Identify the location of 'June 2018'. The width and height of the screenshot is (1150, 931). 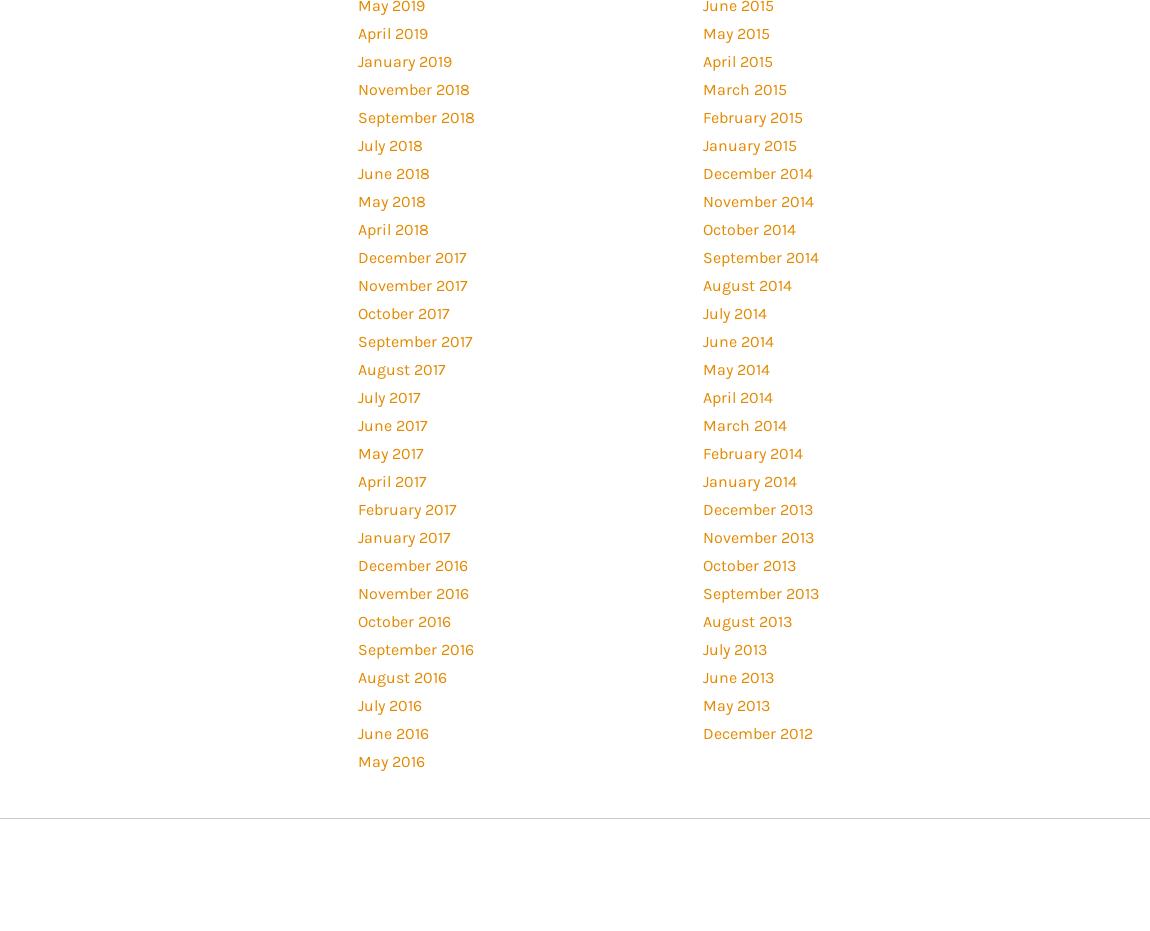
(392, 171).